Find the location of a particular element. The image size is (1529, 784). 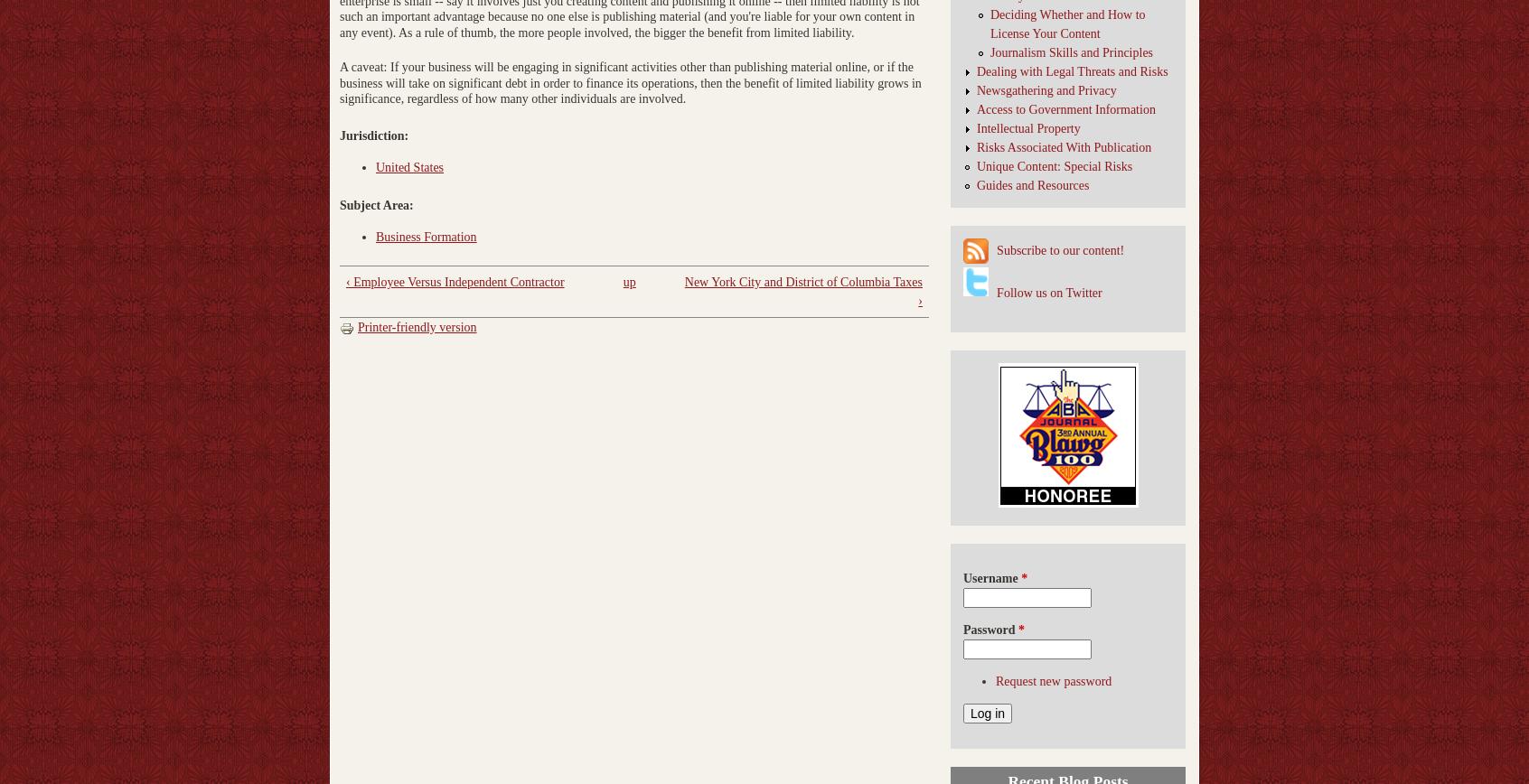

'Business Formation' is located at coordinates (425, 236).